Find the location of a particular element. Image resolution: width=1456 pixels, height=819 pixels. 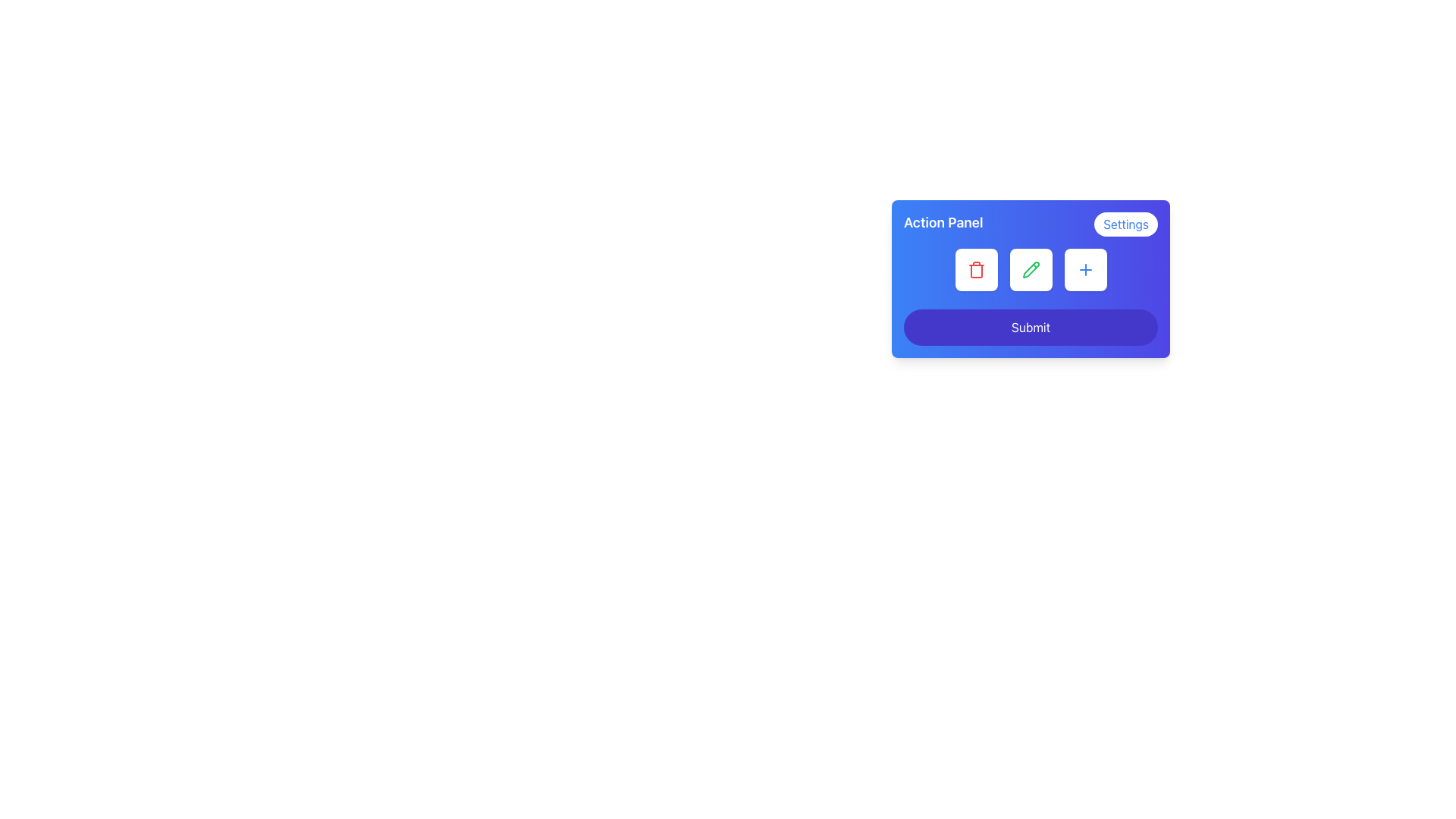

the 'Edit' icon button located in the center of the 'Action Panel' is located at coordinates (1031, 268).